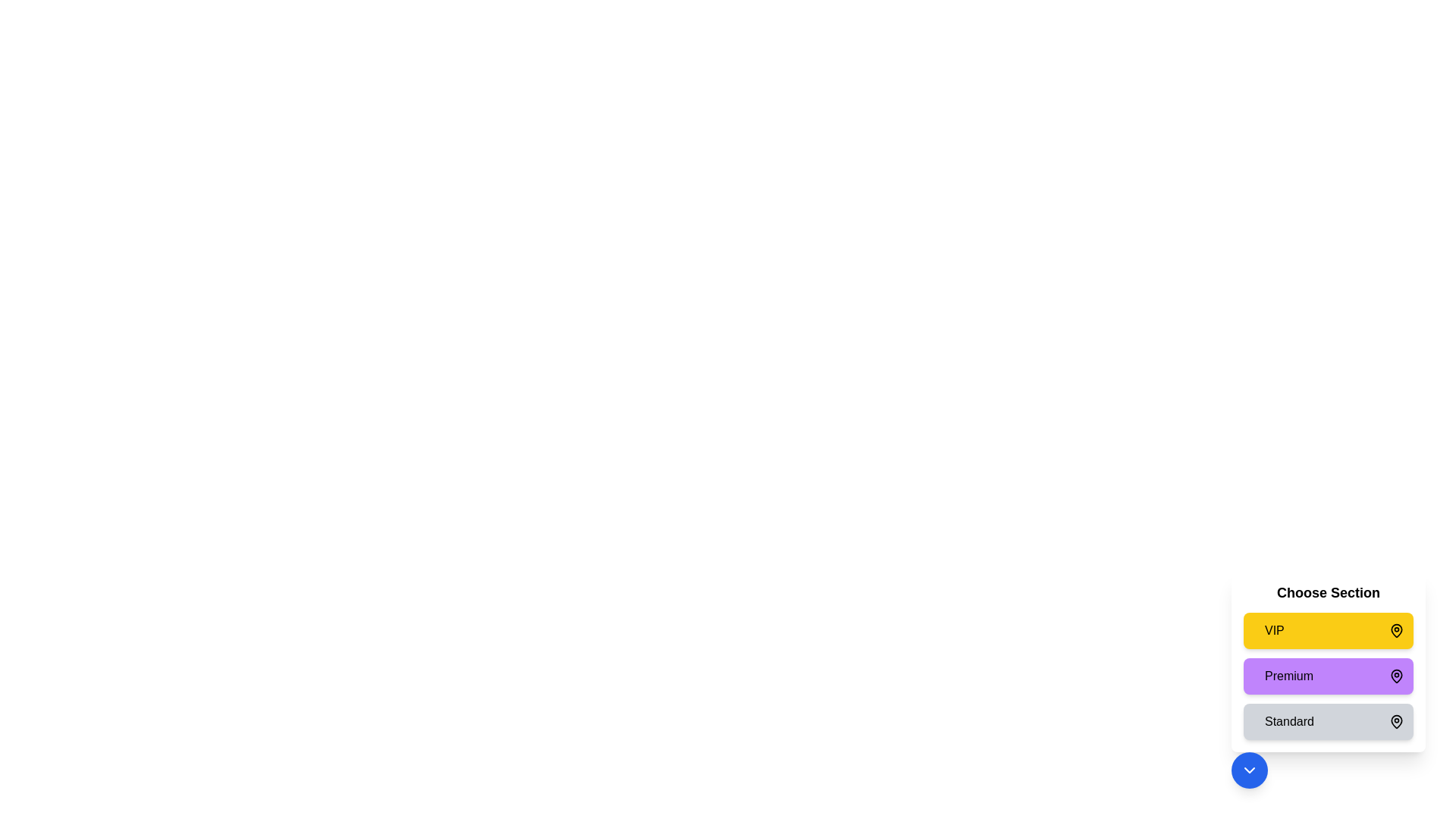 This screenshot has width=1456, height=819. I want to click on button with the chevron icon to toggle the menu visibility, so click(1249, 770).